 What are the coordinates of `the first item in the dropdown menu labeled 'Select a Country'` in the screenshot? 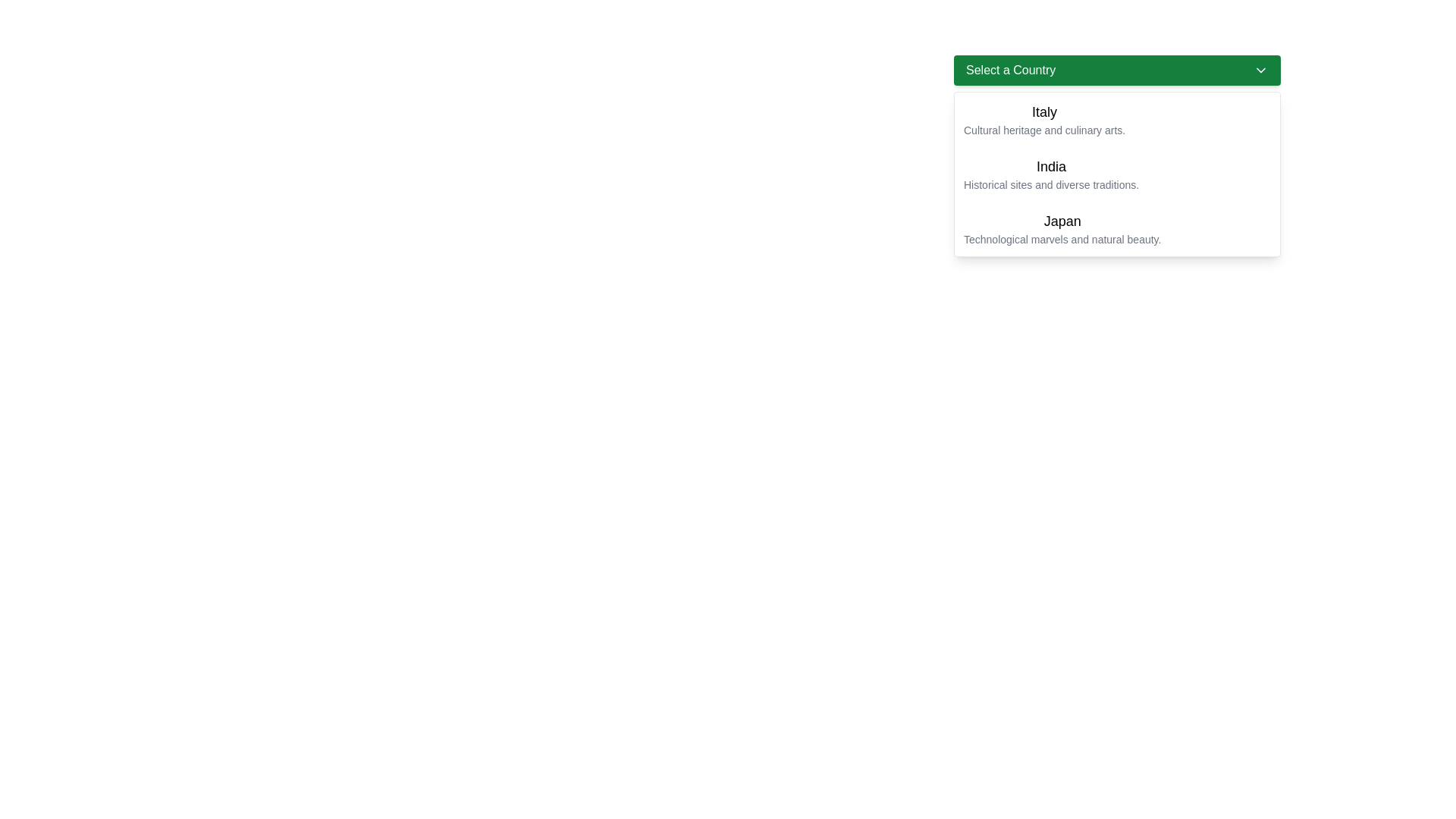 It's located at (1117, 119).